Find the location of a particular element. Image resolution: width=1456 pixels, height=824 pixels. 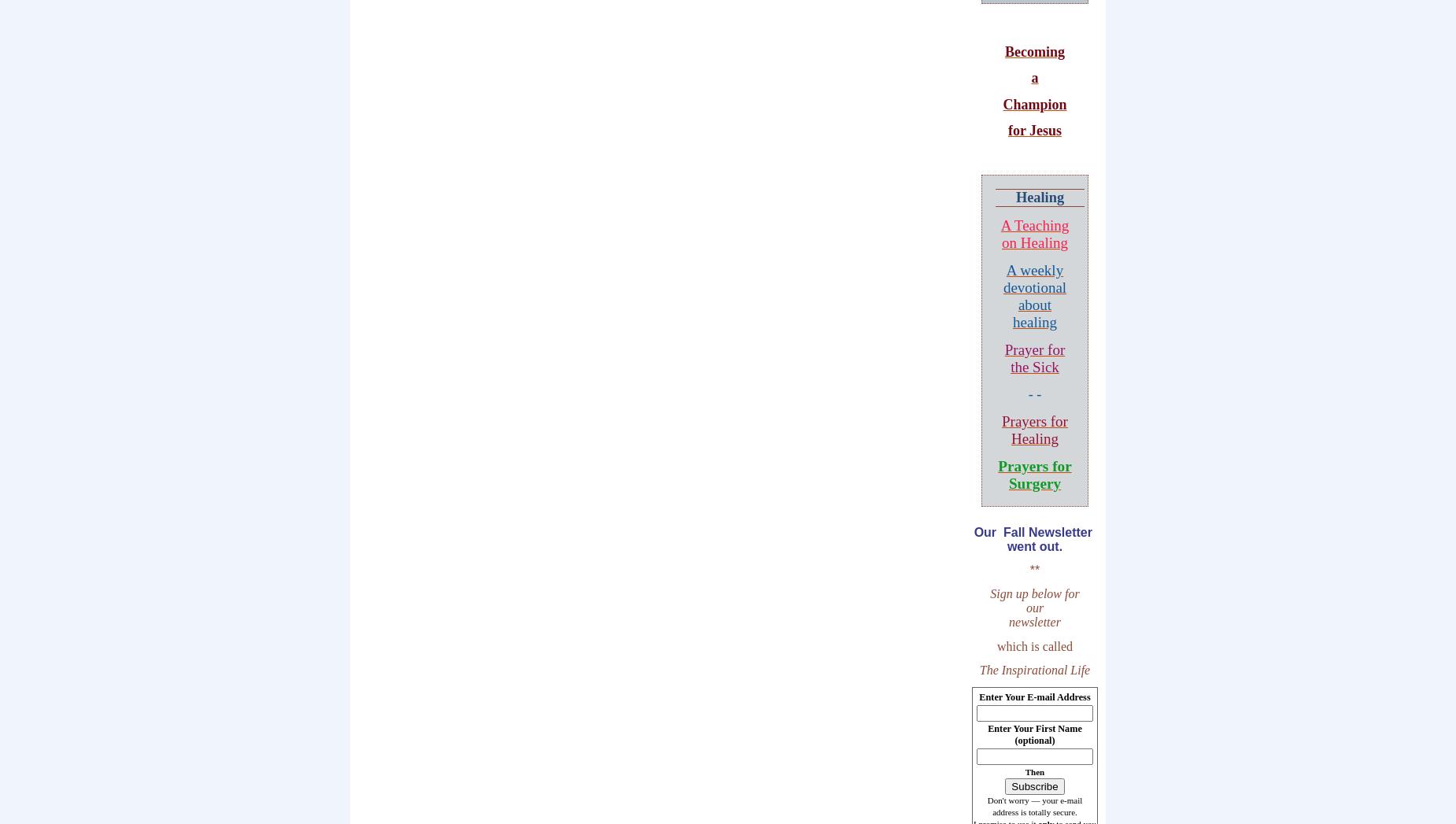

'Sign up below for' is located at coordinates (1033, 593).